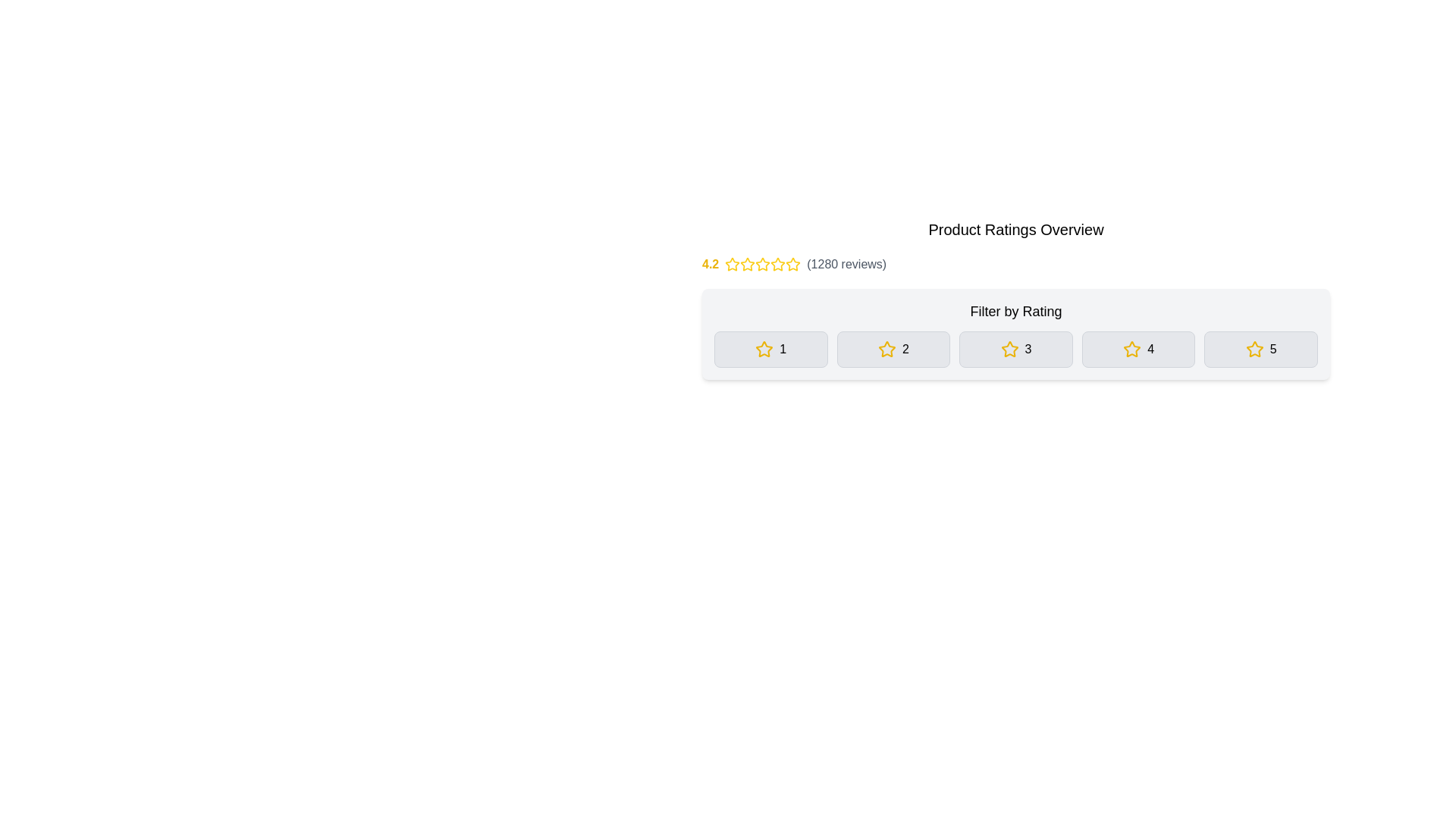  What do you see at coordinates (763, 263) in the screenshot?
I see `the third star icon in the horizontal sequence of five rating stars, which represents a rating level` at bounding box center [763, 263].